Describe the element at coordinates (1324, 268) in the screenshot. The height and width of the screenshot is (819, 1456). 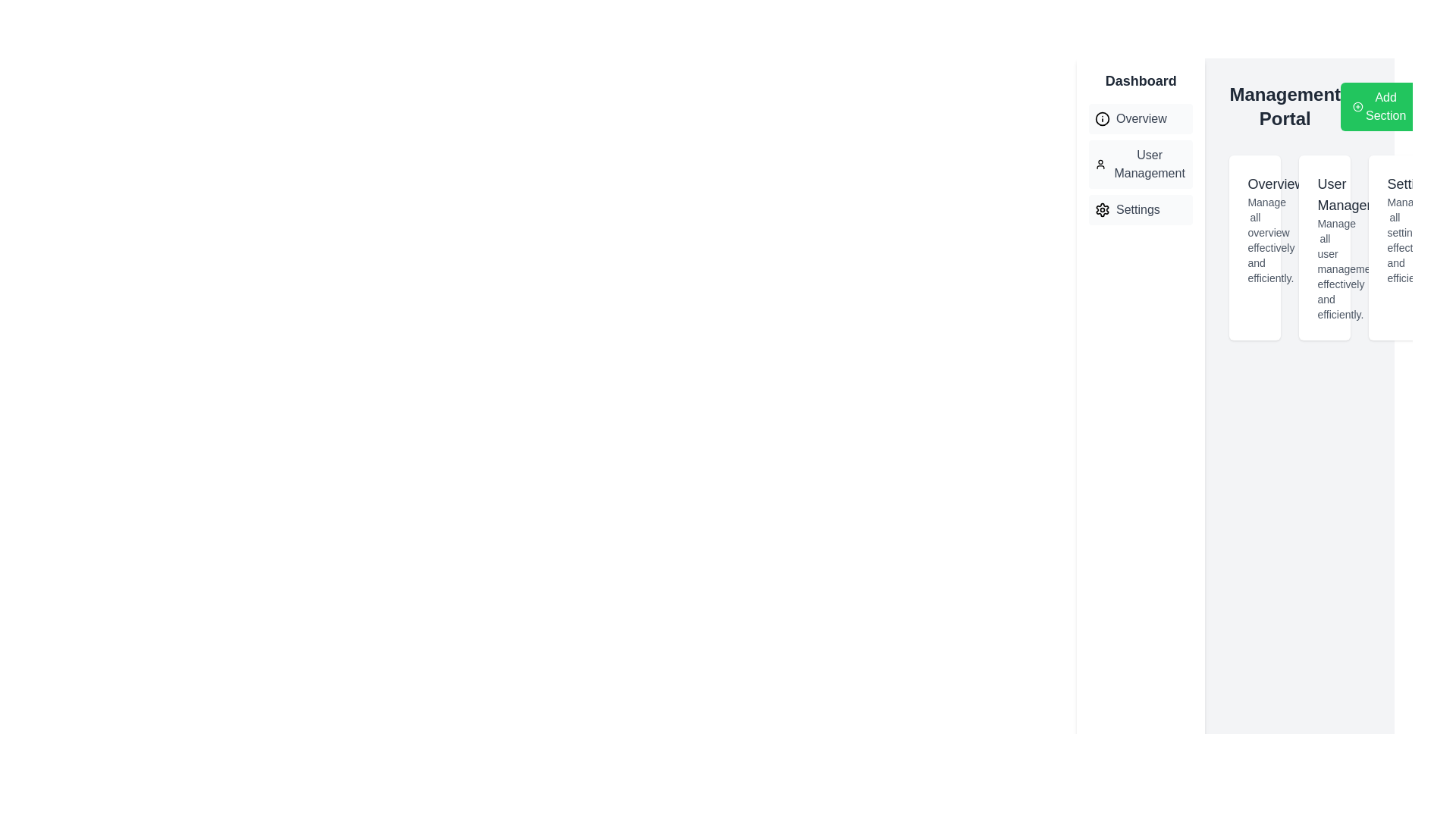
I see `the descriptive text labeled 'Manage all user management effectively and efficiently.' located beneath the title 'User Management' in the 'Management Portal' section` at that location.